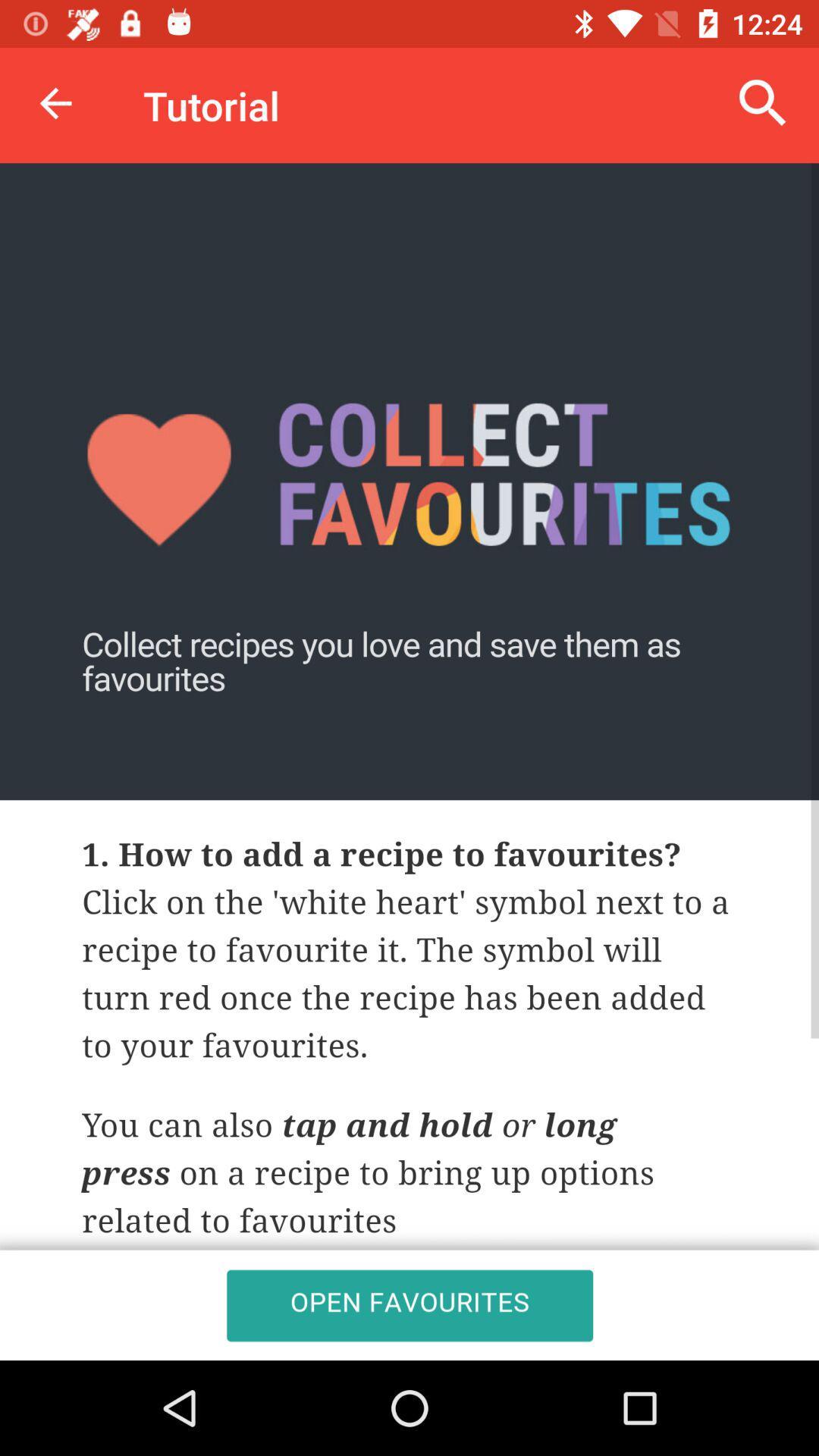  Describe the element at coordinates (409, 761) in the screenshot. I see `open favourites` at that location.